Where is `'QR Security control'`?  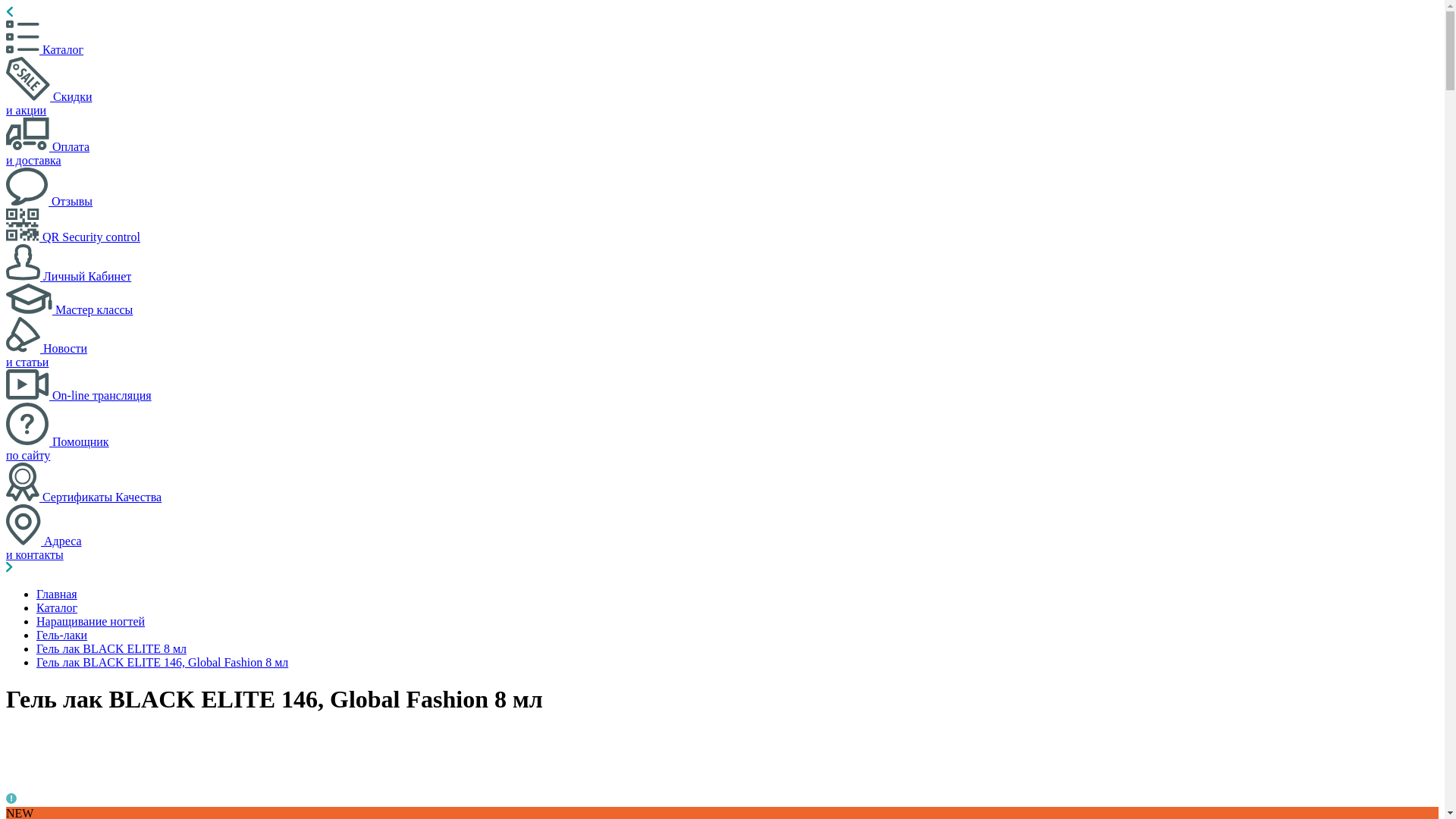
'QR Security control' is located at coordinates (72, 237).